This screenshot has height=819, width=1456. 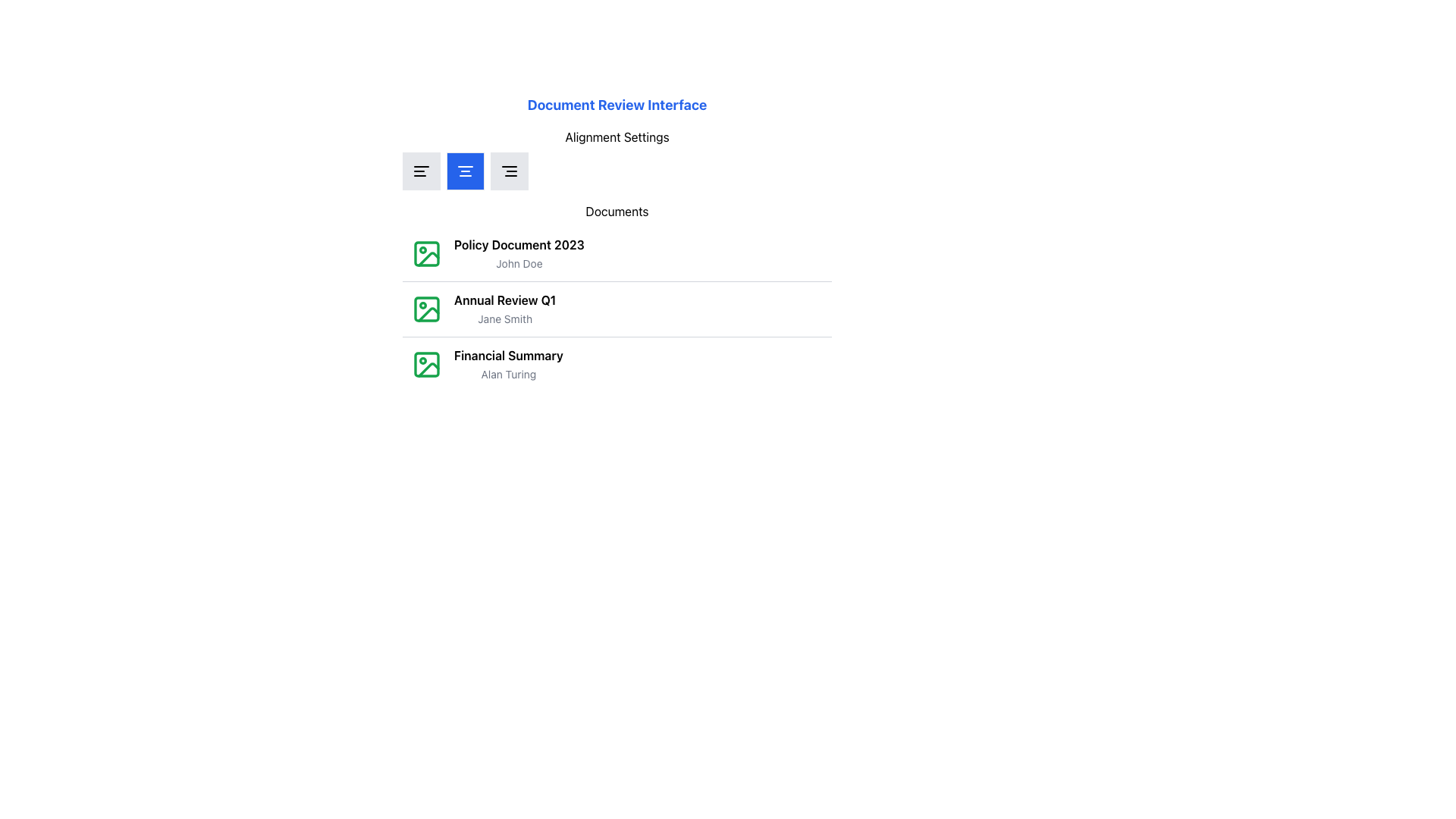 I want to click on the middle alignment button located below the 'Alignment Settings' text, so click(x=465, y=171).